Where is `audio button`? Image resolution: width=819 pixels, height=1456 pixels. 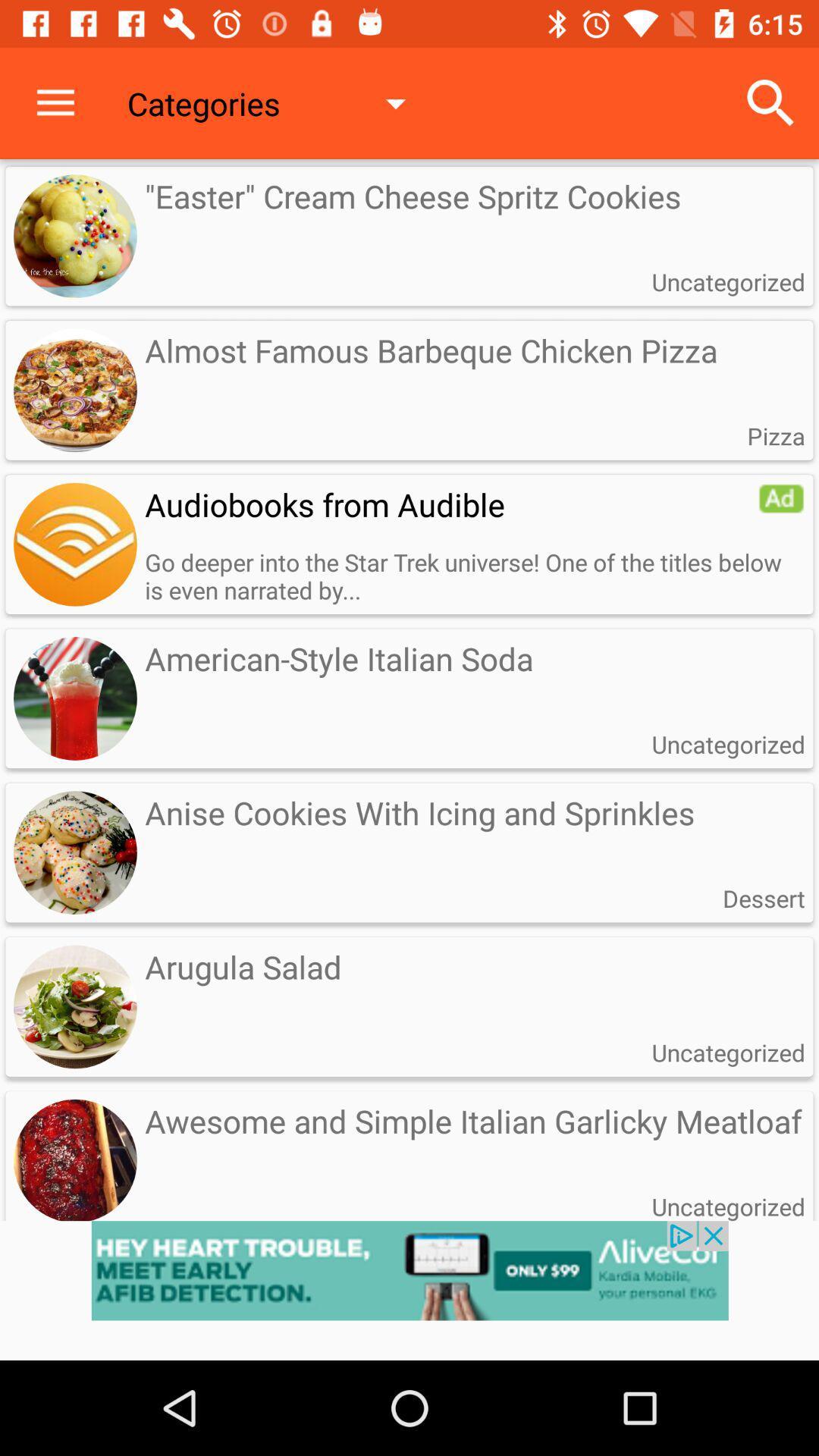 audio button is located at coordinates (75, 544).